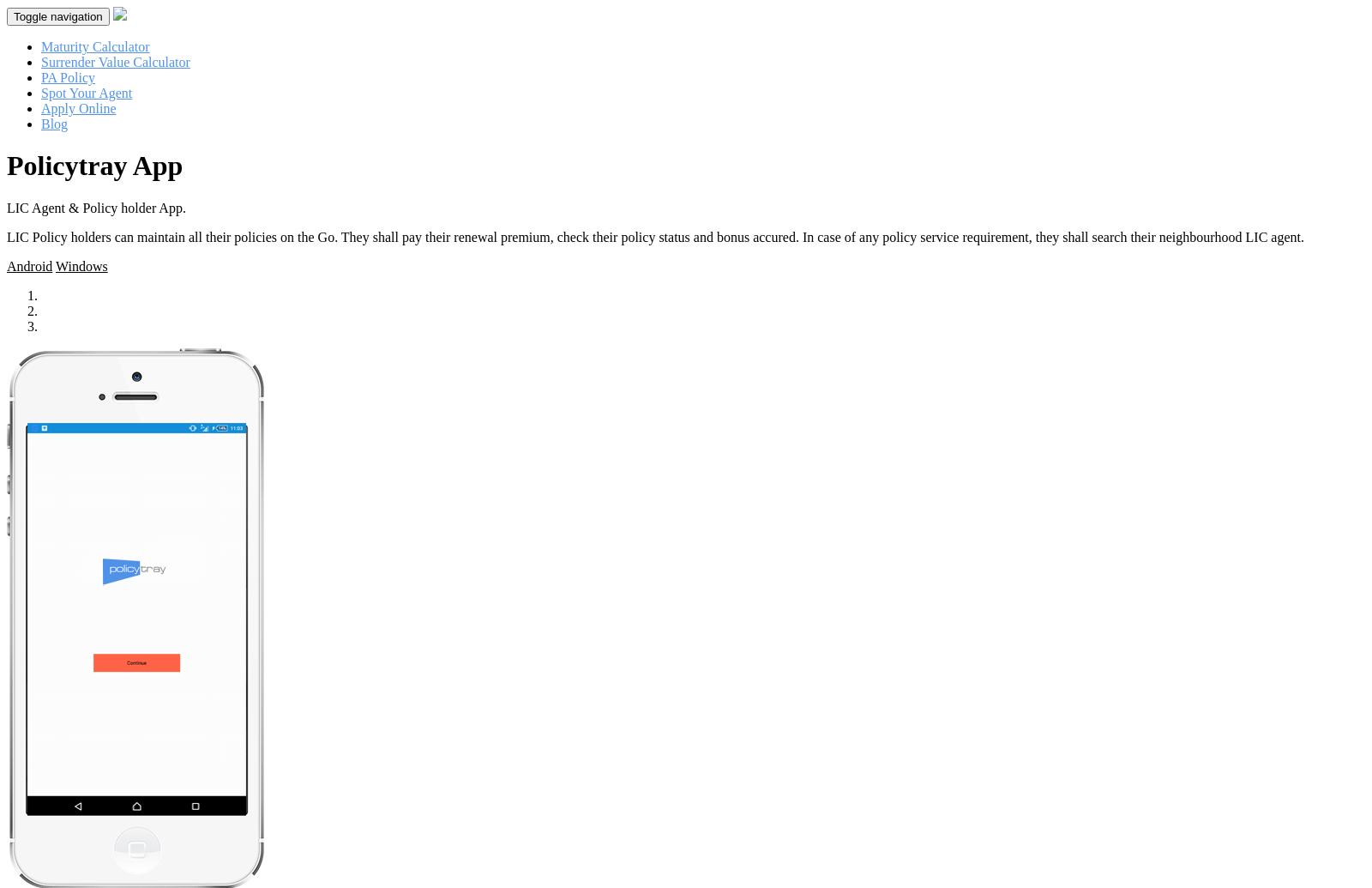  I want to click on 'Policytray App', so click(93, 166).